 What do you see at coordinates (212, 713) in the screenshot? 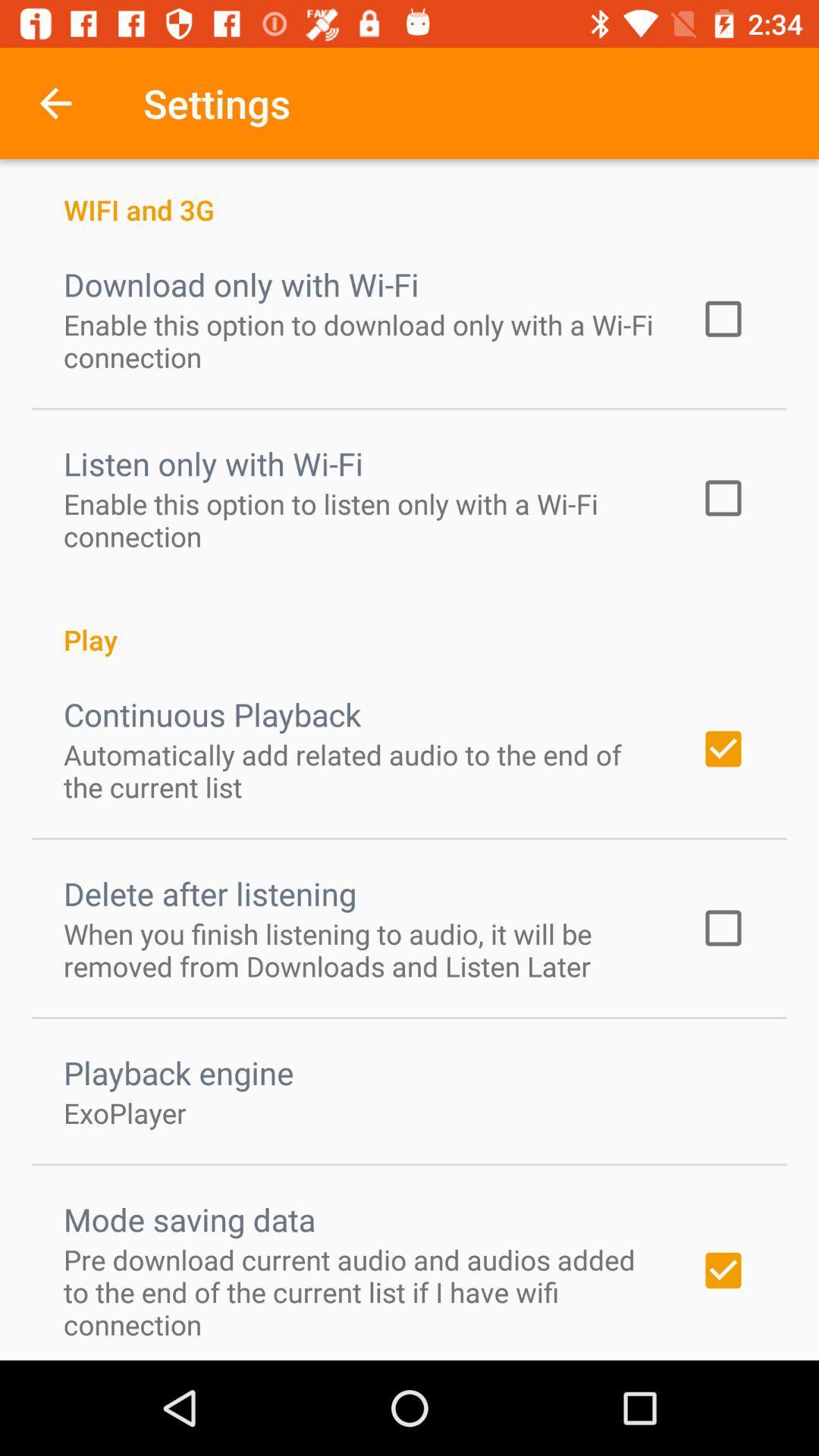
I see `continuous playback` at bounding box center [212, 713].